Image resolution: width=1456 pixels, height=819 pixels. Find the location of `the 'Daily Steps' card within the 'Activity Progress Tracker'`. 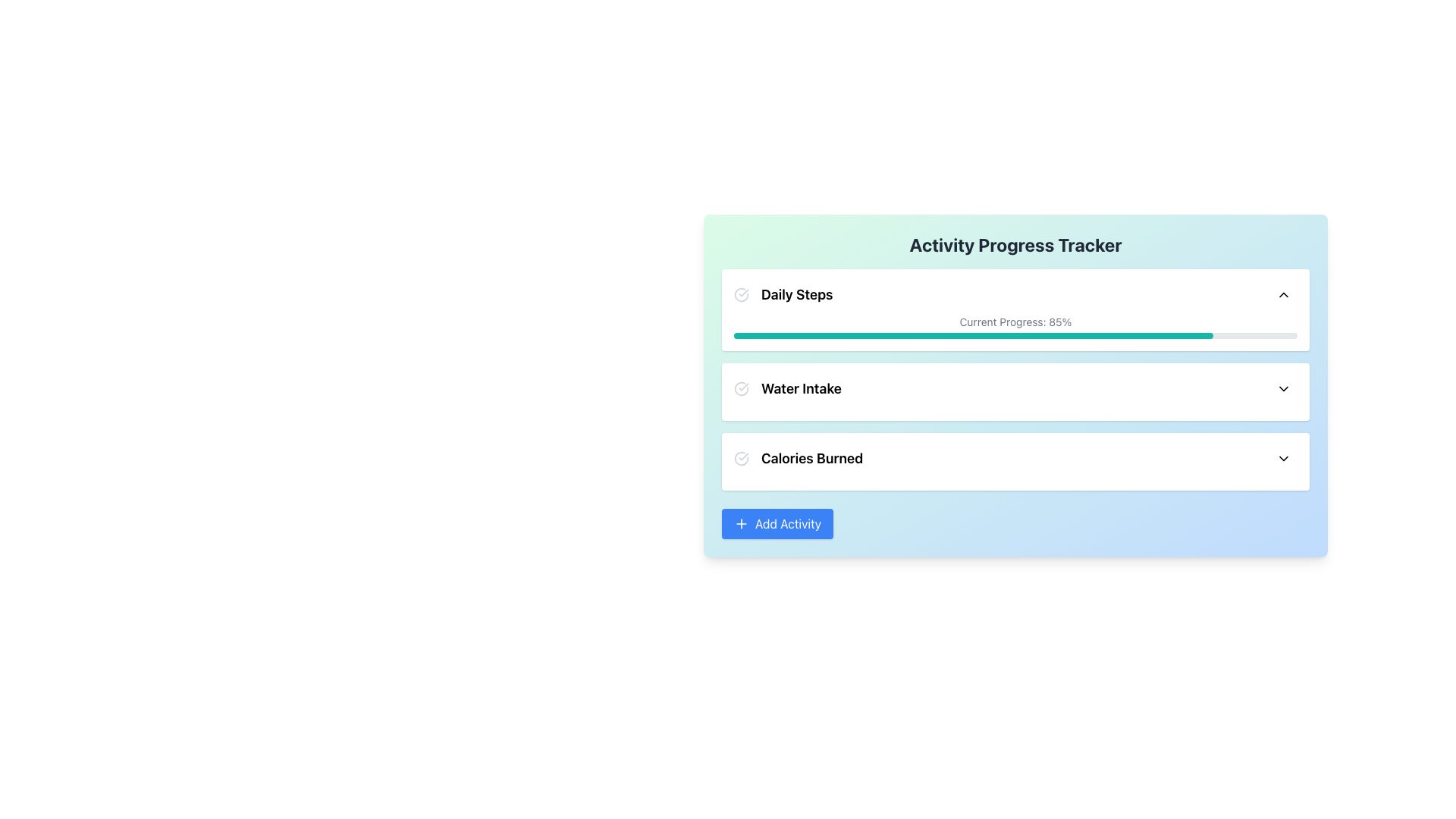

the 'Daily Steps' card within the 'Activity Progress Tracker' is located at coordinates (1015, 379).